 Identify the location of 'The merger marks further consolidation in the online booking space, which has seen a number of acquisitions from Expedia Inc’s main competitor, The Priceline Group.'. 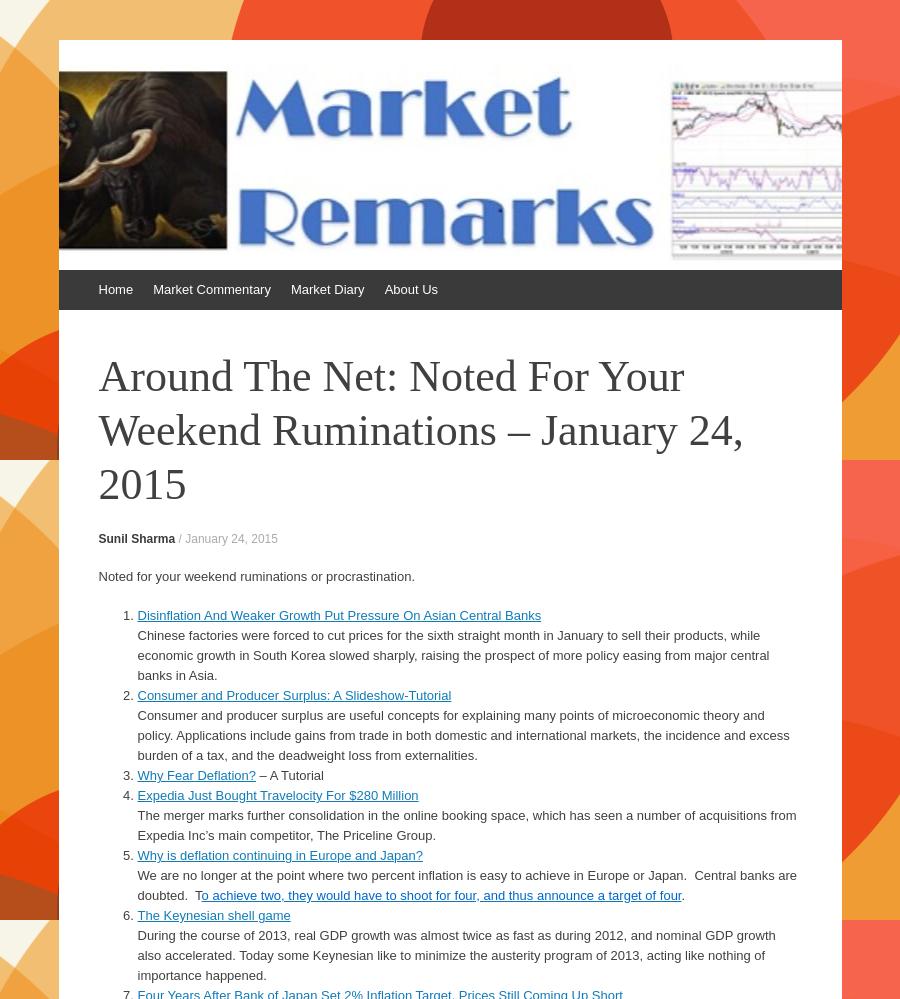
(465, 825).